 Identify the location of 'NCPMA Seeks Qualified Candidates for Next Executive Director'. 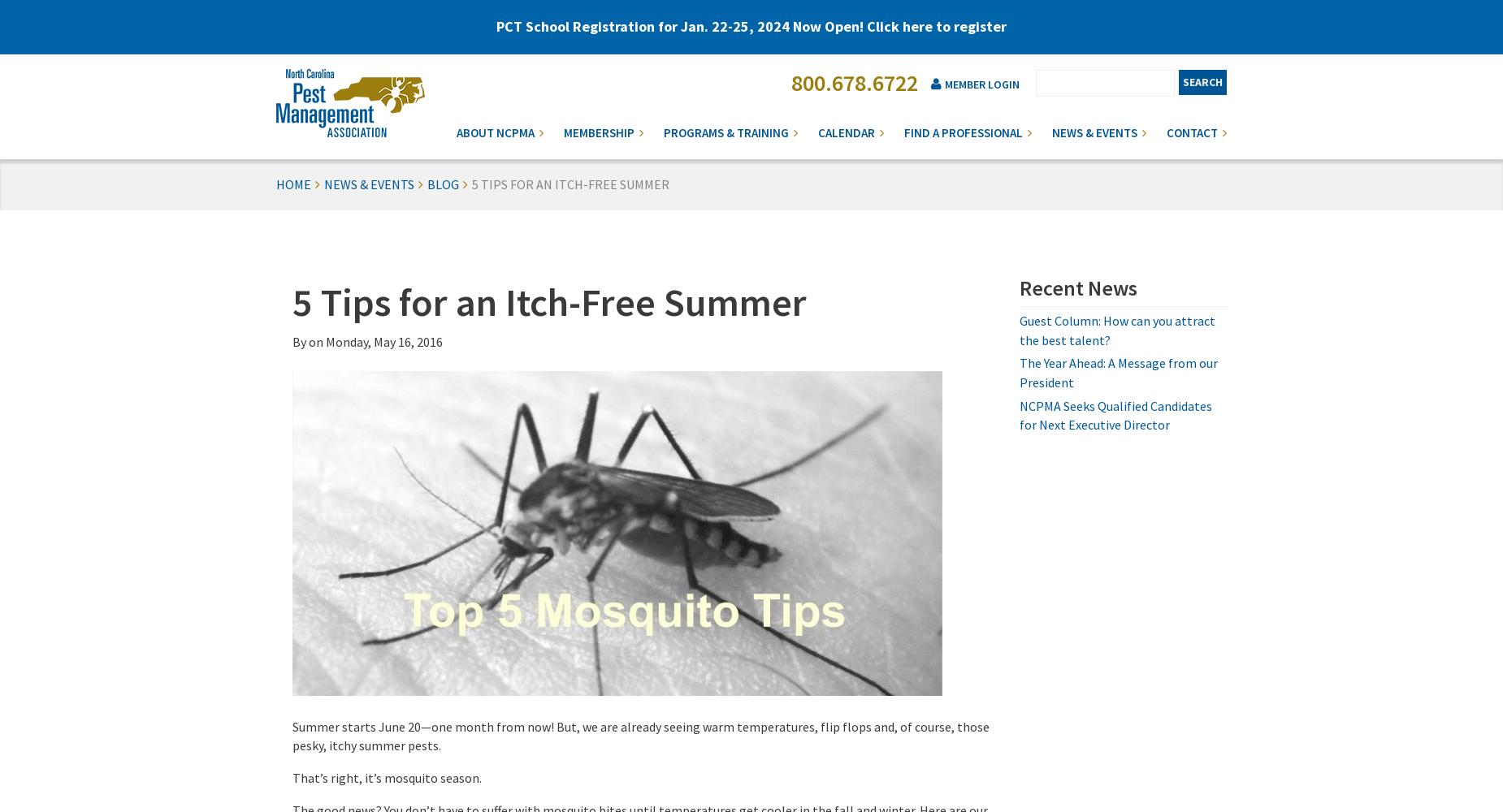
(1115, 415).